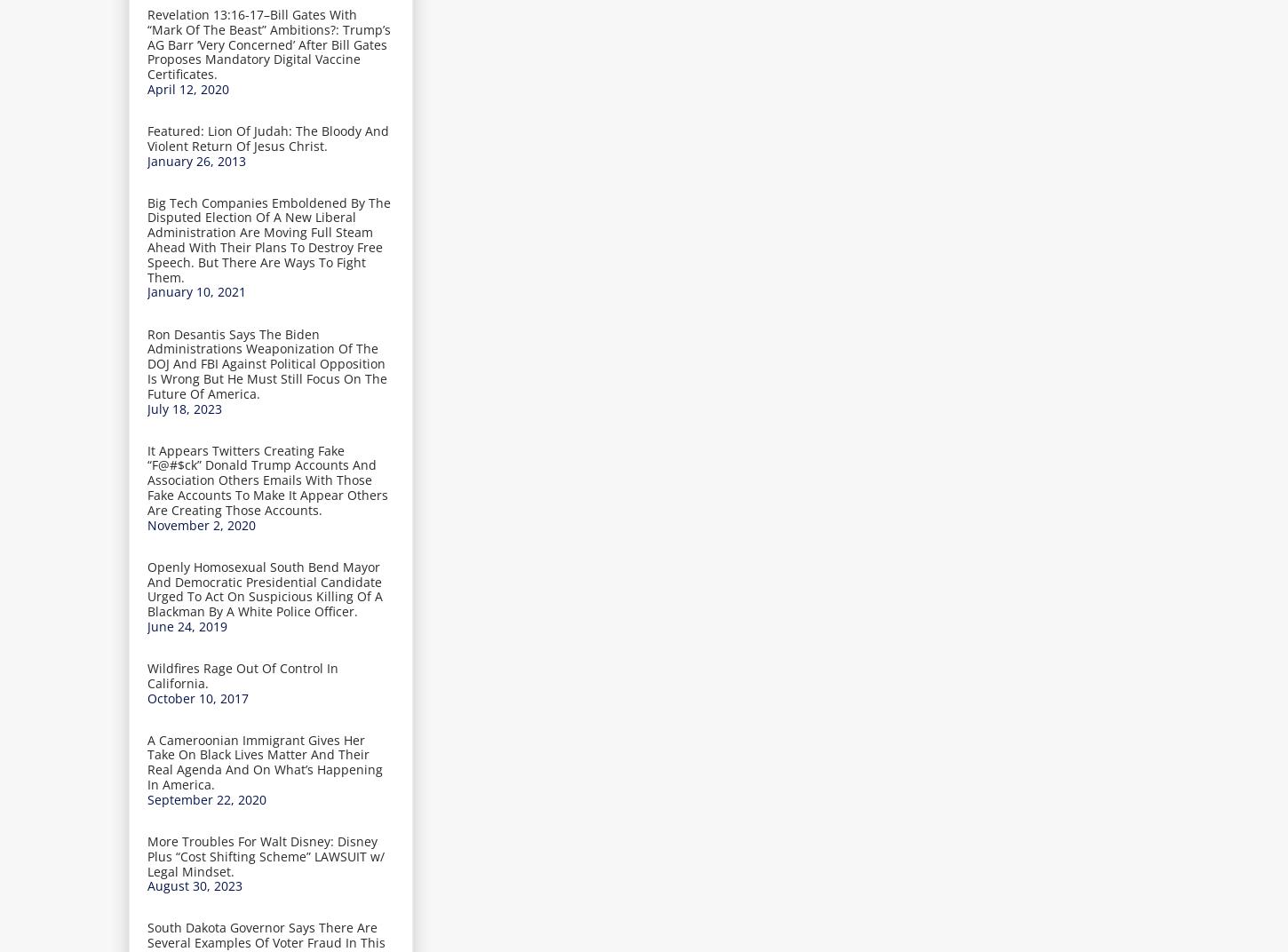 This screenshot has height=952, width=1288. Describe the element at coordinates (195, 159) in the screenshot. I see `'January 26, 2013'` at that location.